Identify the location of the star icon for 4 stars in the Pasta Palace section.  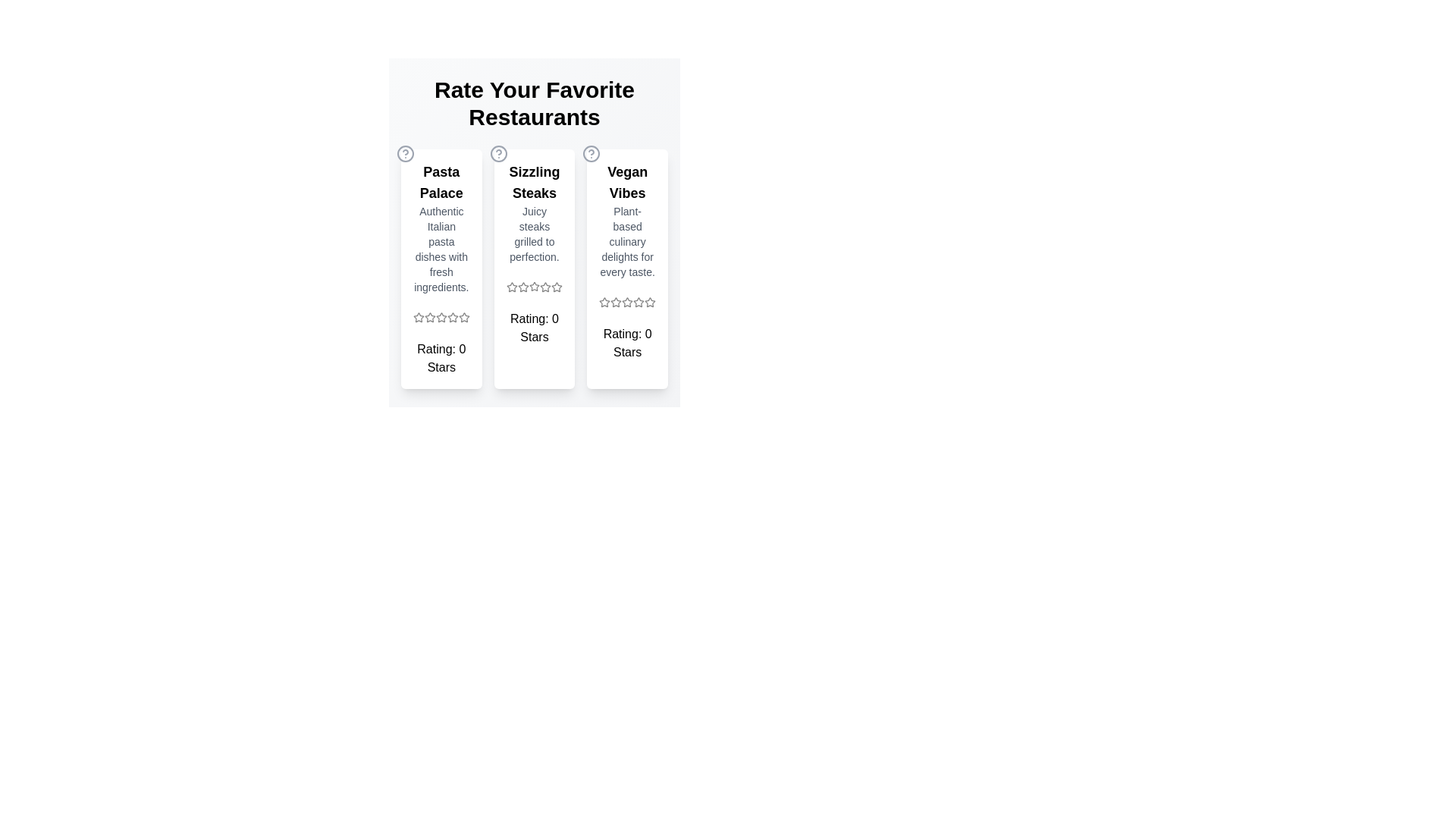
(451, 317).